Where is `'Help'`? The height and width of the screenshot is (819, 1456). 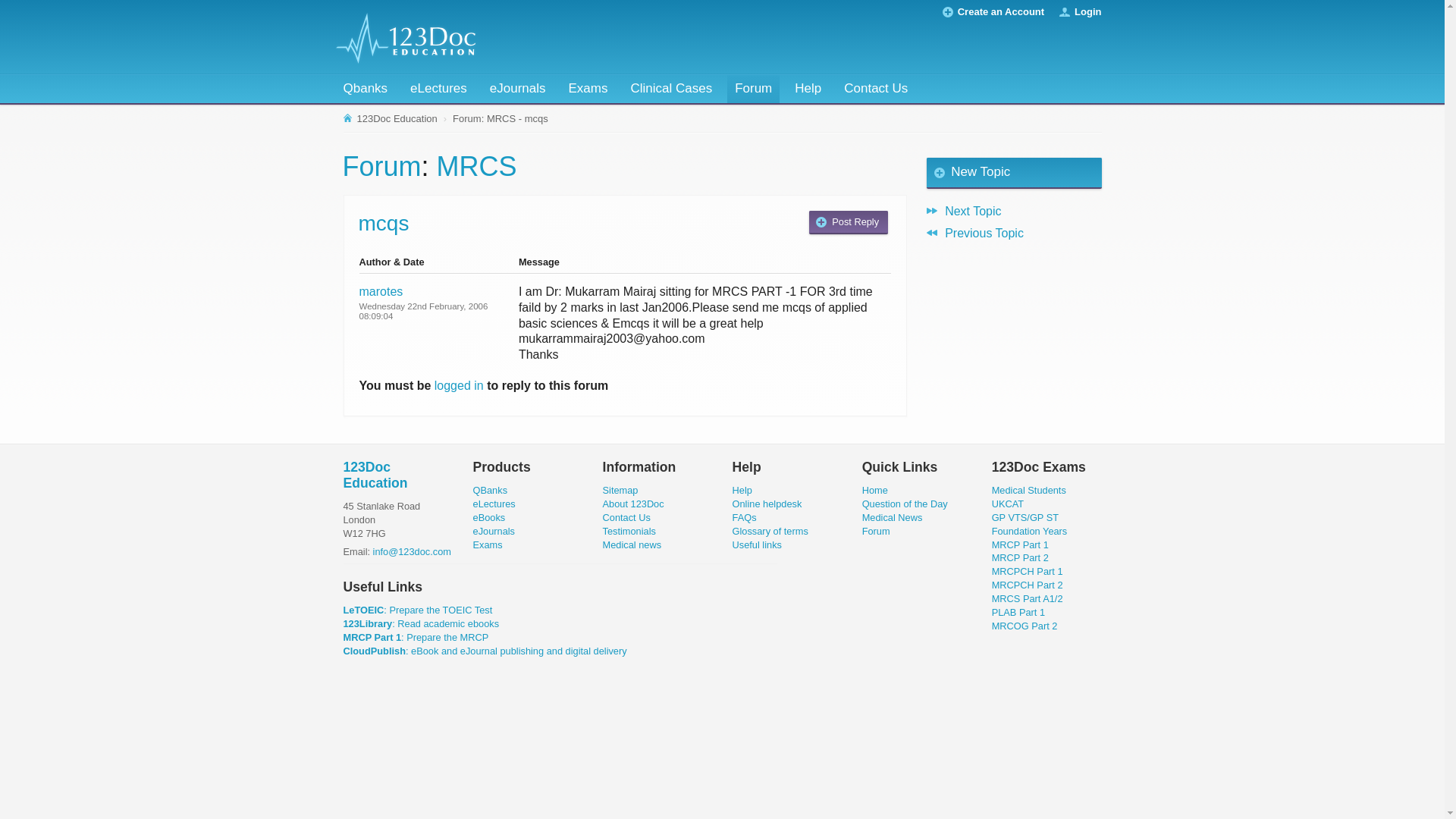 'Help' is located at coordinates (807, 89).